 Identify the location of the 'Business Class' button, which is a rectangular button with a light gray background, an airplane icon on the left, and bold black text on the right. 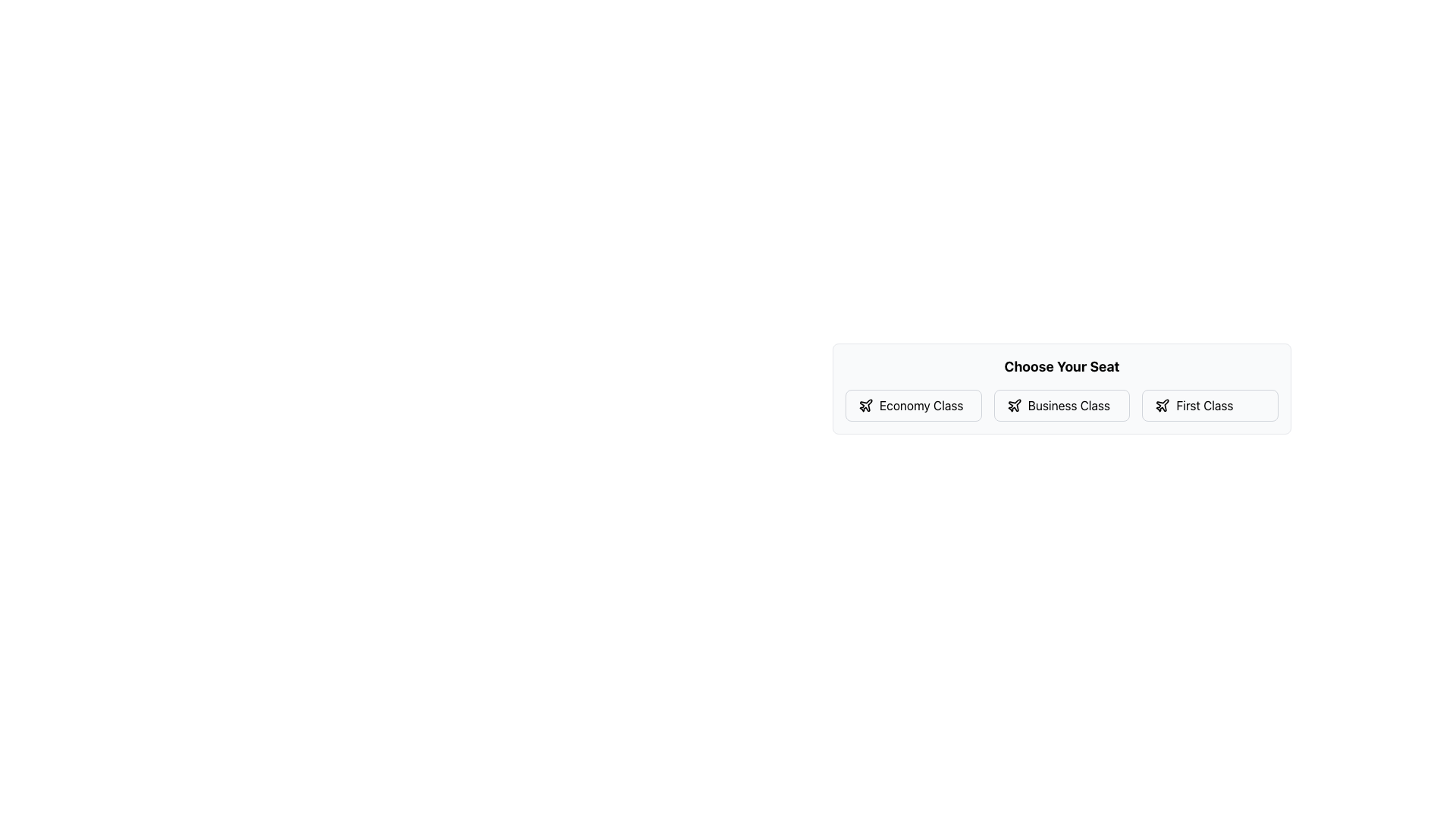
(1061, 405).